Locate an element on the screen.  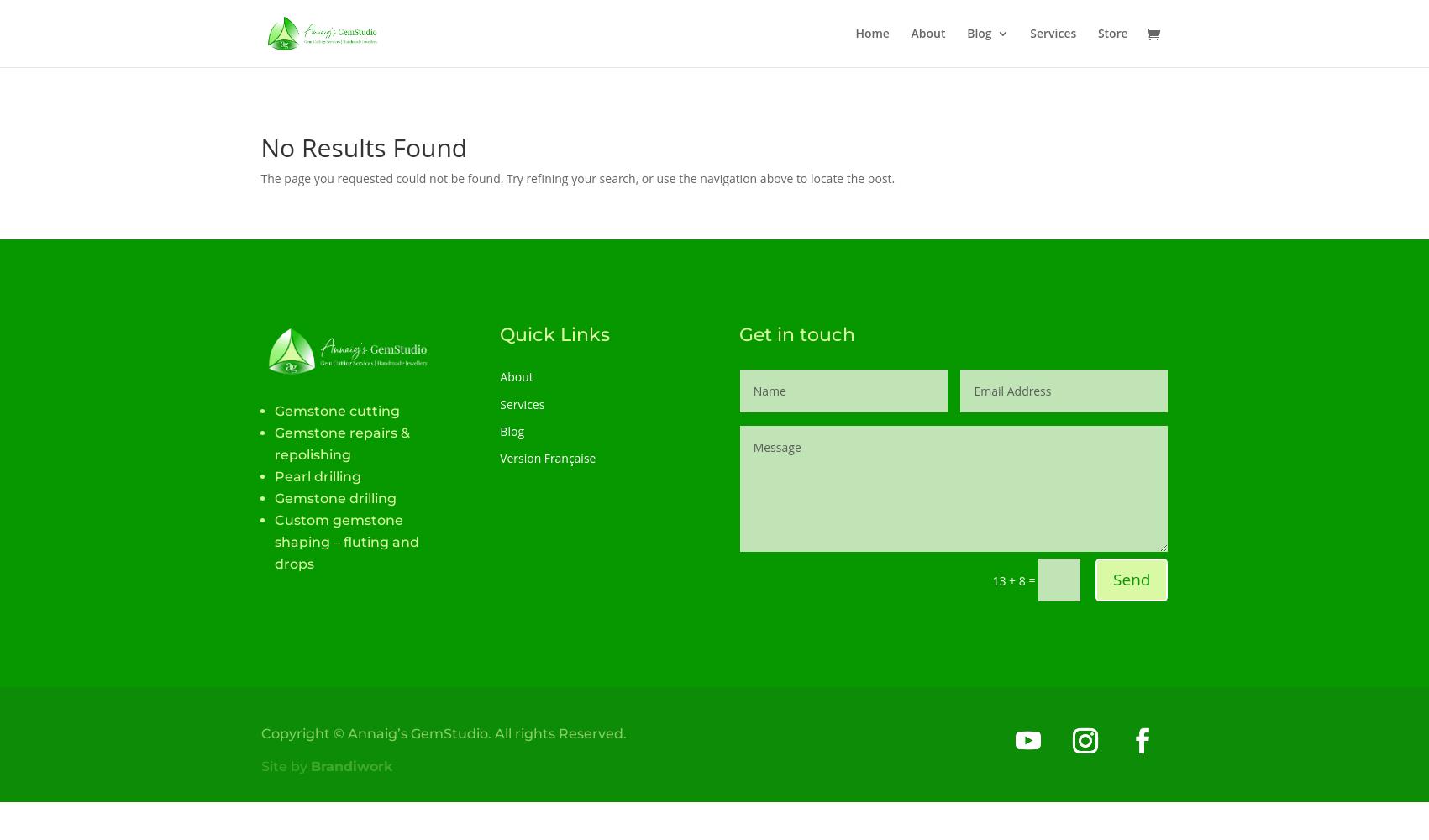
'Store' is located at coordinates (1112, 33).